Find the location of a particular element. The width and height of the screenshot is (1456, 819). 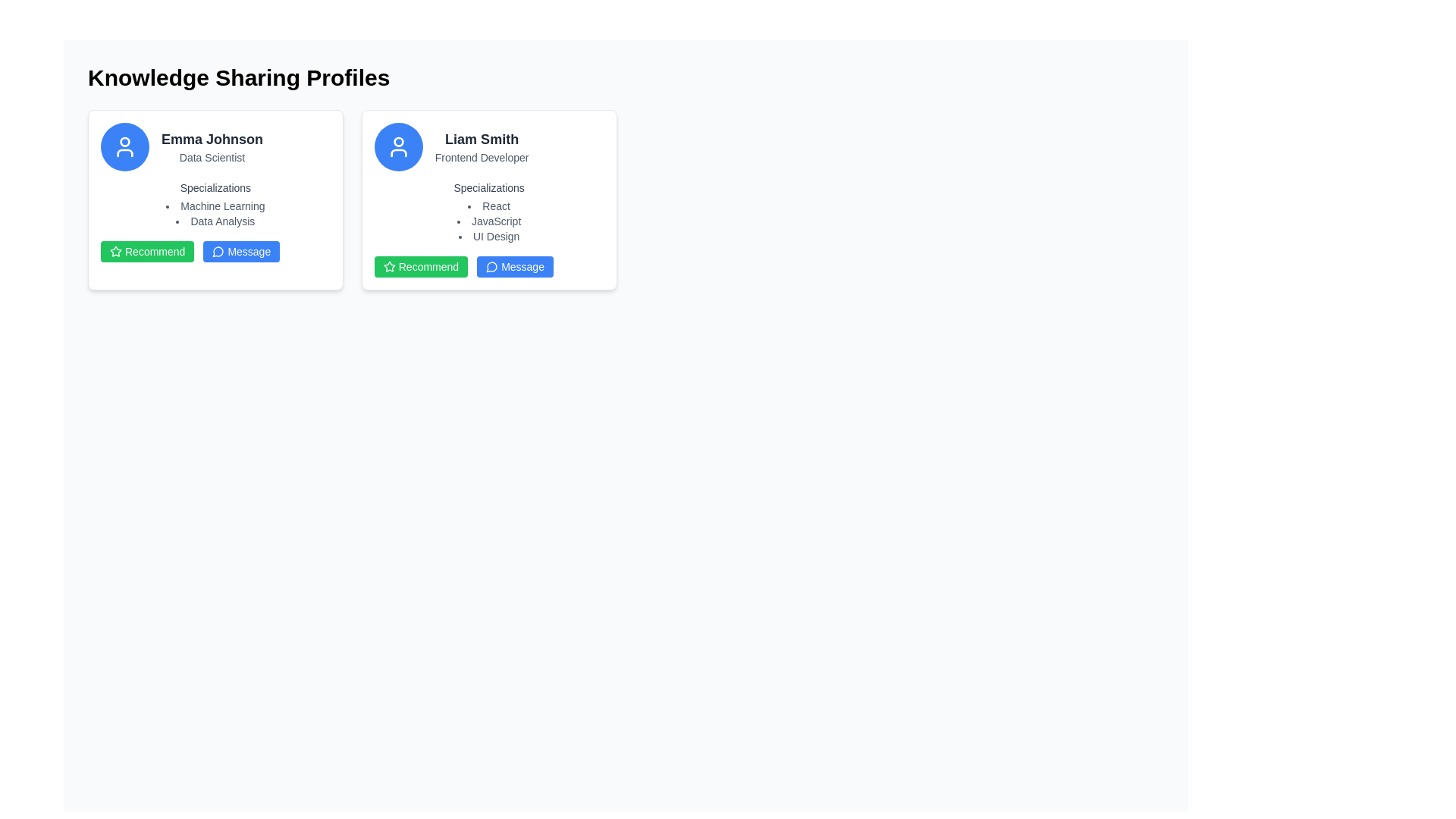

the user profile icon, which is a circular outline containing a stylized silhouette of a person, located at the top of the left profile card is located at coordinates (124, 146).